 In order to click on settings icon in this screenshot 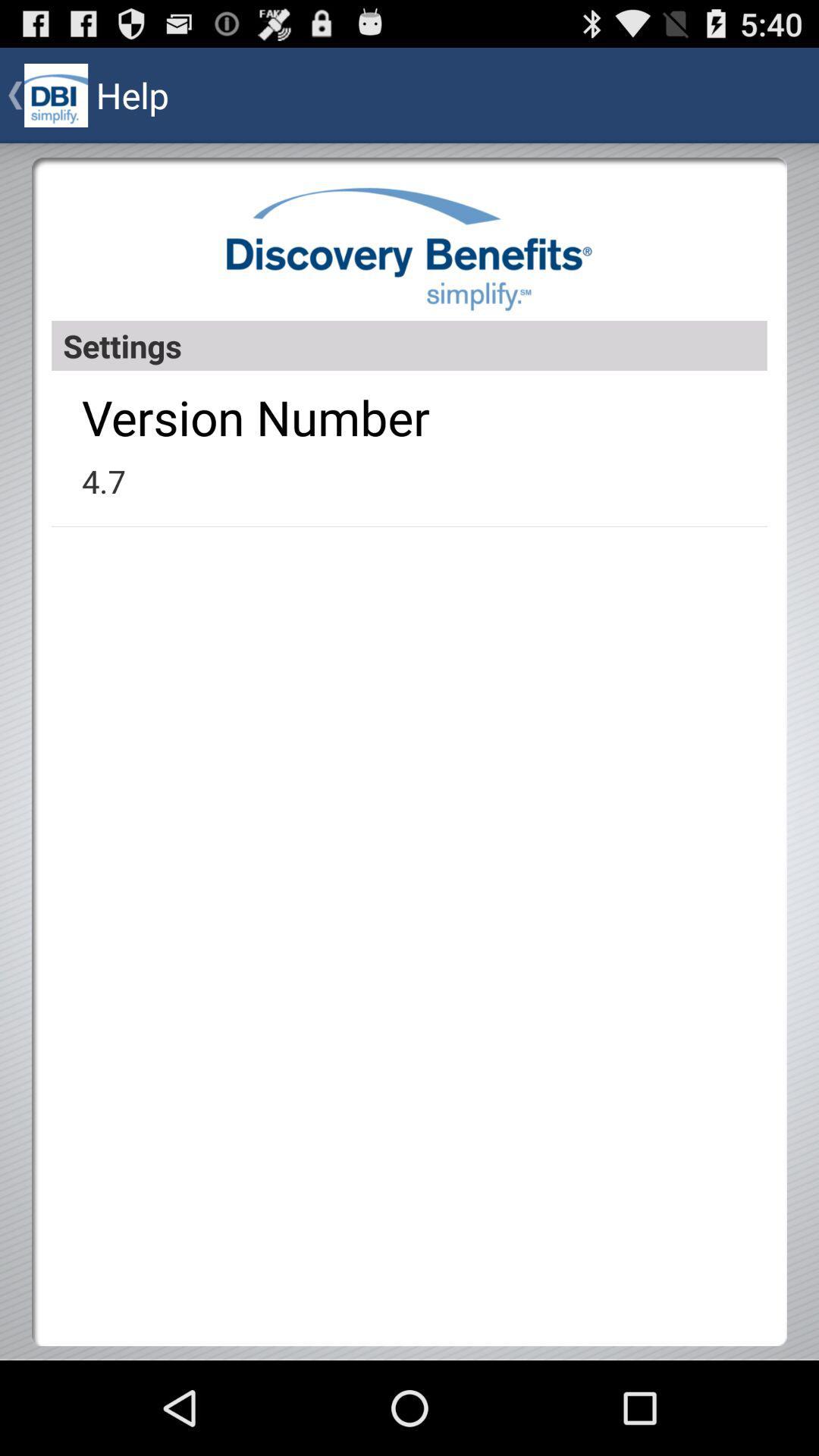, I will do `click(409, 345)`.